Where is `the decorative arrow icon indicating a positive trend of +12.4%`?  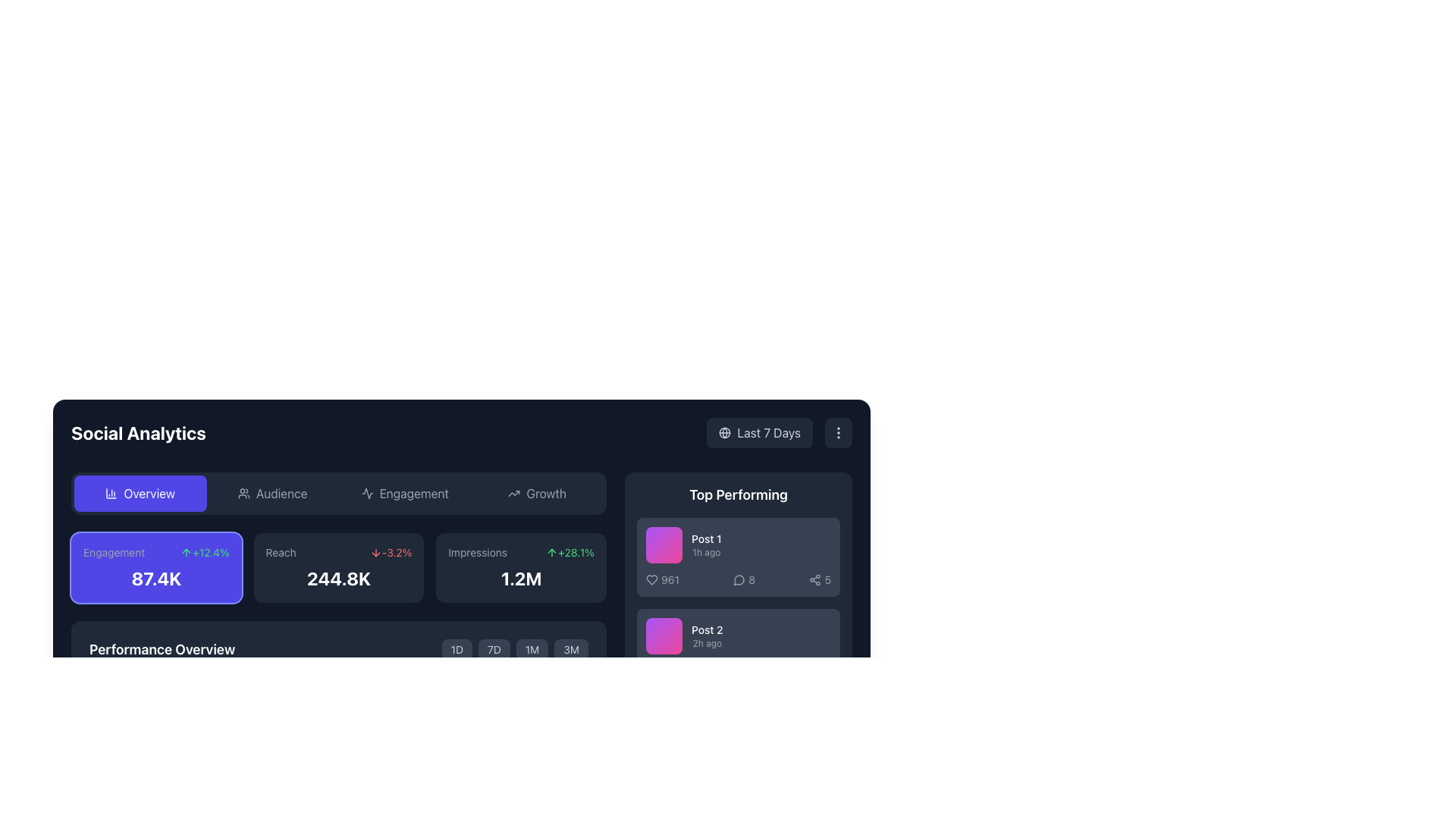
the decorative arrow icon indicating a positive trend of +12.4% is located at coordinates (186, 553).